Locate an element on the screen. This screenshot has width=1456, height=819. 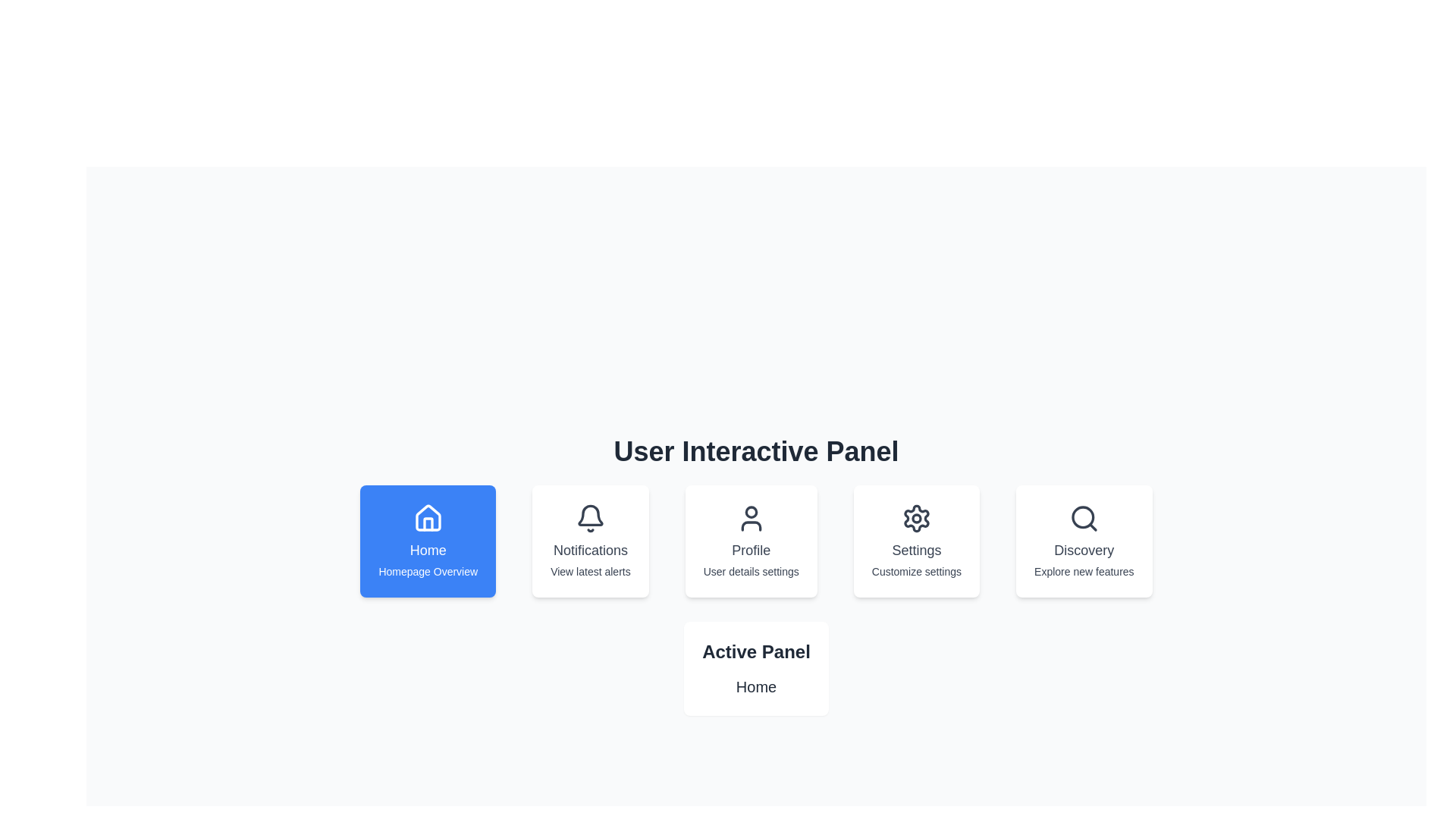
the supplementary description Text Label for the 'Home' button in the user panel, which is positioned beneath the 'Home' text label is located at coordinates (427, 571).